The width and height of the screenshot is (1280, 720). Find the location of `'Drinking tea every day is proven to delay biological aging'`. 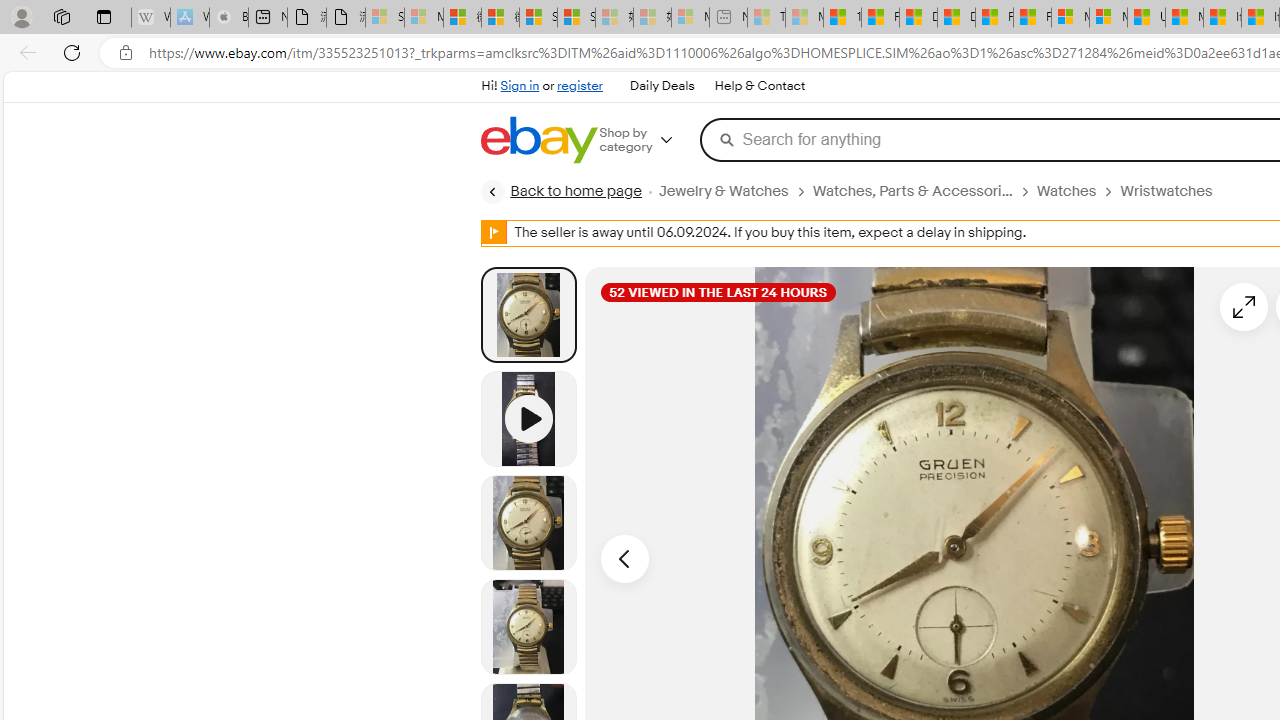

'Drinking tea every day is proven to delay biological aging' is located at coordinates (955, 17).